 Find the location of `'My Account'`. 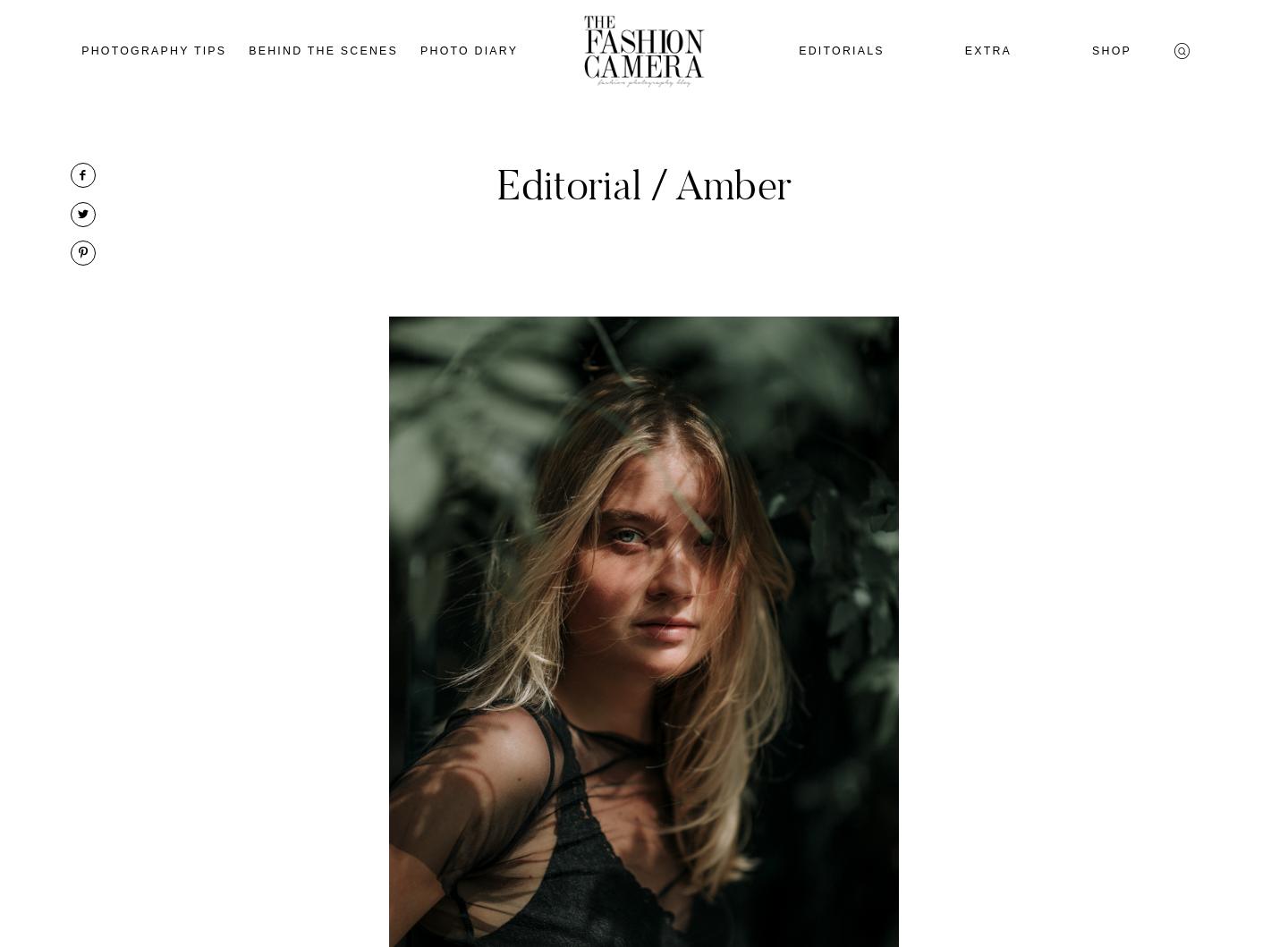

'My Account' is located at coordinates (1132, 293).